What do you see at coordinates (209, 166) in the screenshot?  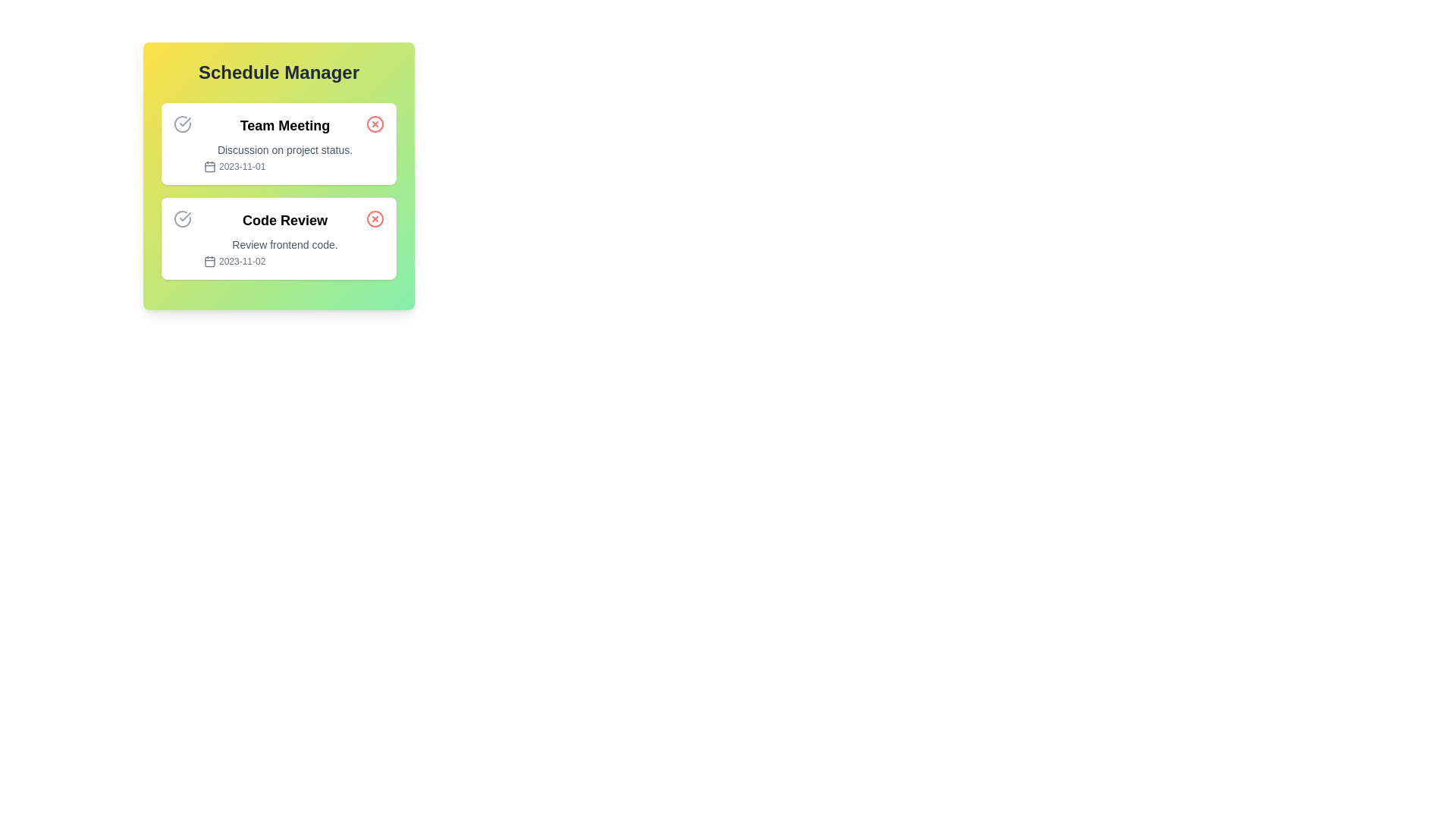 I see `the informative date icon representing '2023-11-01' in the description section of the first entry in the 'Schedule Manager' card interface` at bounding box center [209, 166].